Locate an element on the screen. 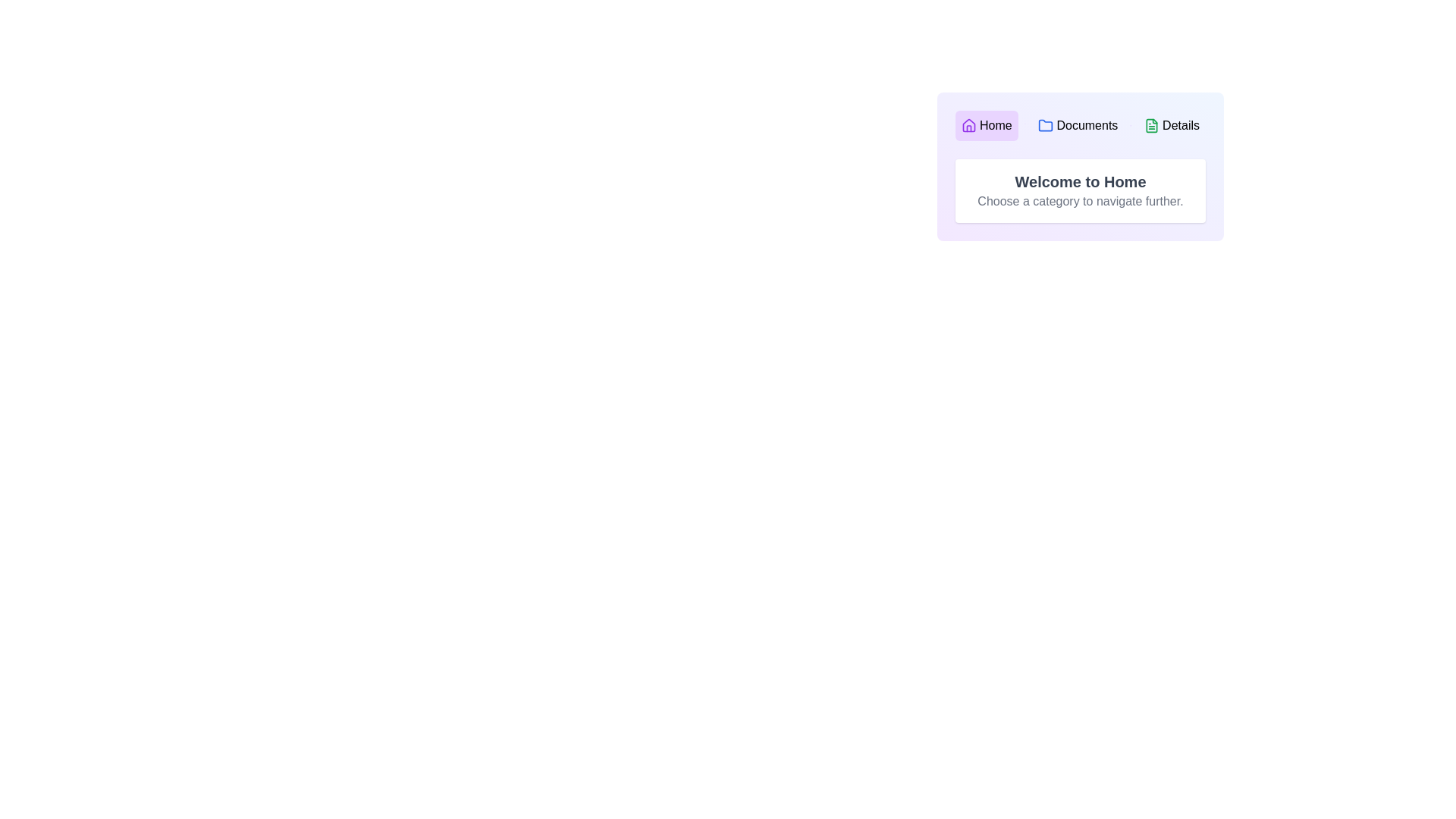 This screenshot has height=819, width=1456. the house-shaped icon filled with purple in the 'Home' navigation tab is located at coordinates (968, 124).